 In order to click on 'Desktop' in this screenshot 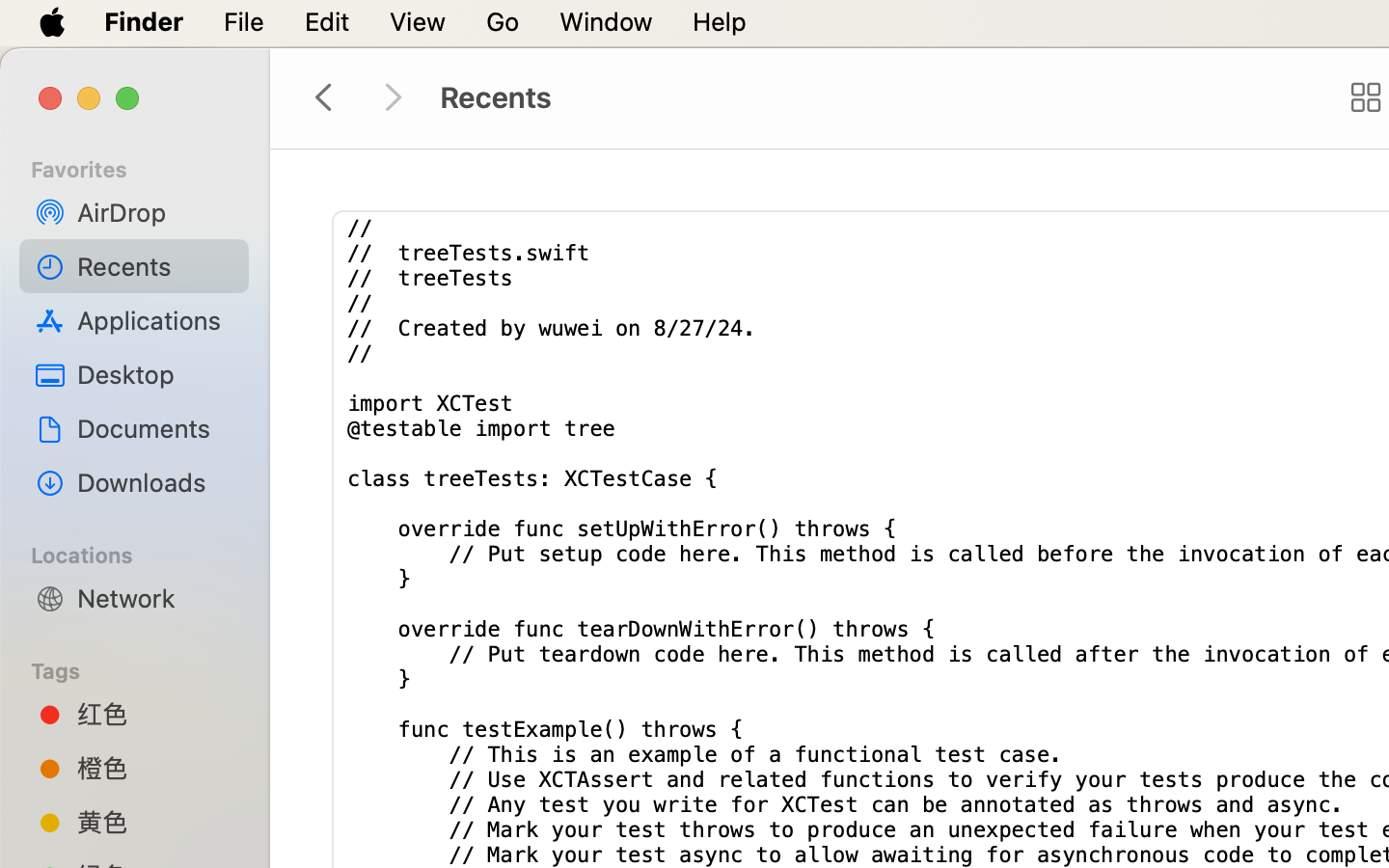, I will do `click(153, 373)`.